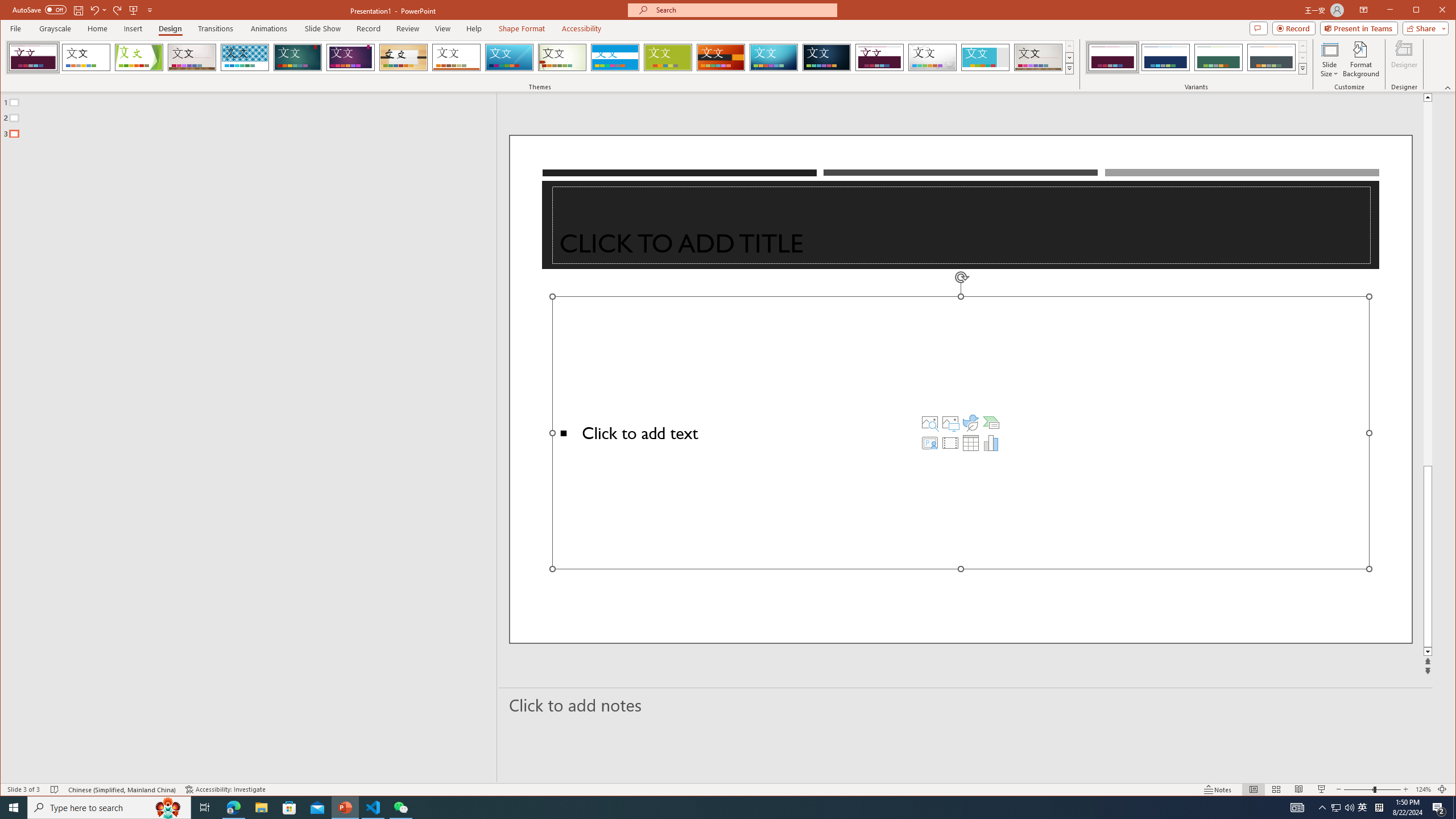  What do you see at coordinates (971, 422) in the screenshot?
I see `'Insert an Icon'` at bounding box center [971, 422].